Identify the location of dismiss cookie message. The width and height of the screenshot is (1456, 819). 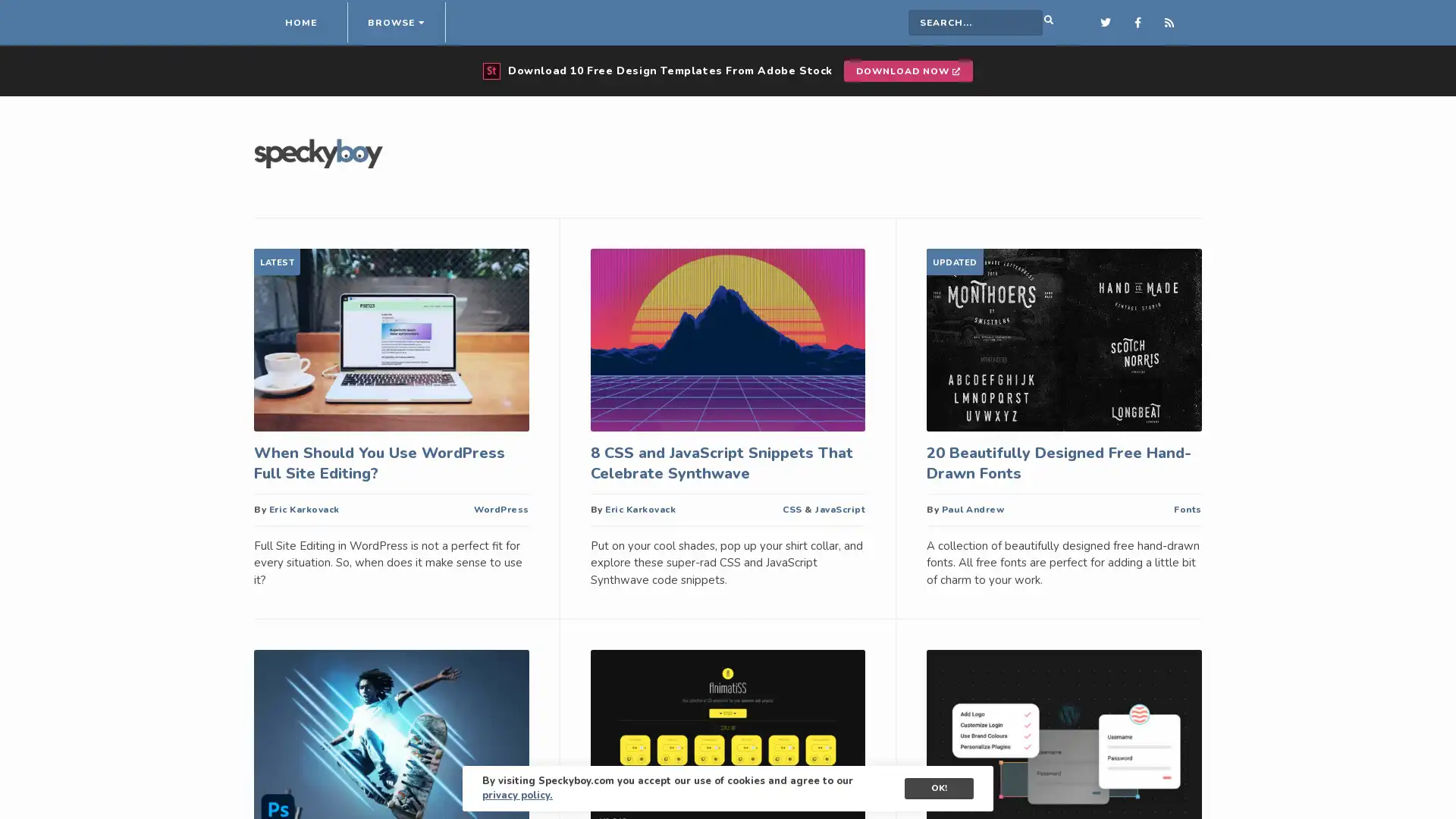
(938, 788).